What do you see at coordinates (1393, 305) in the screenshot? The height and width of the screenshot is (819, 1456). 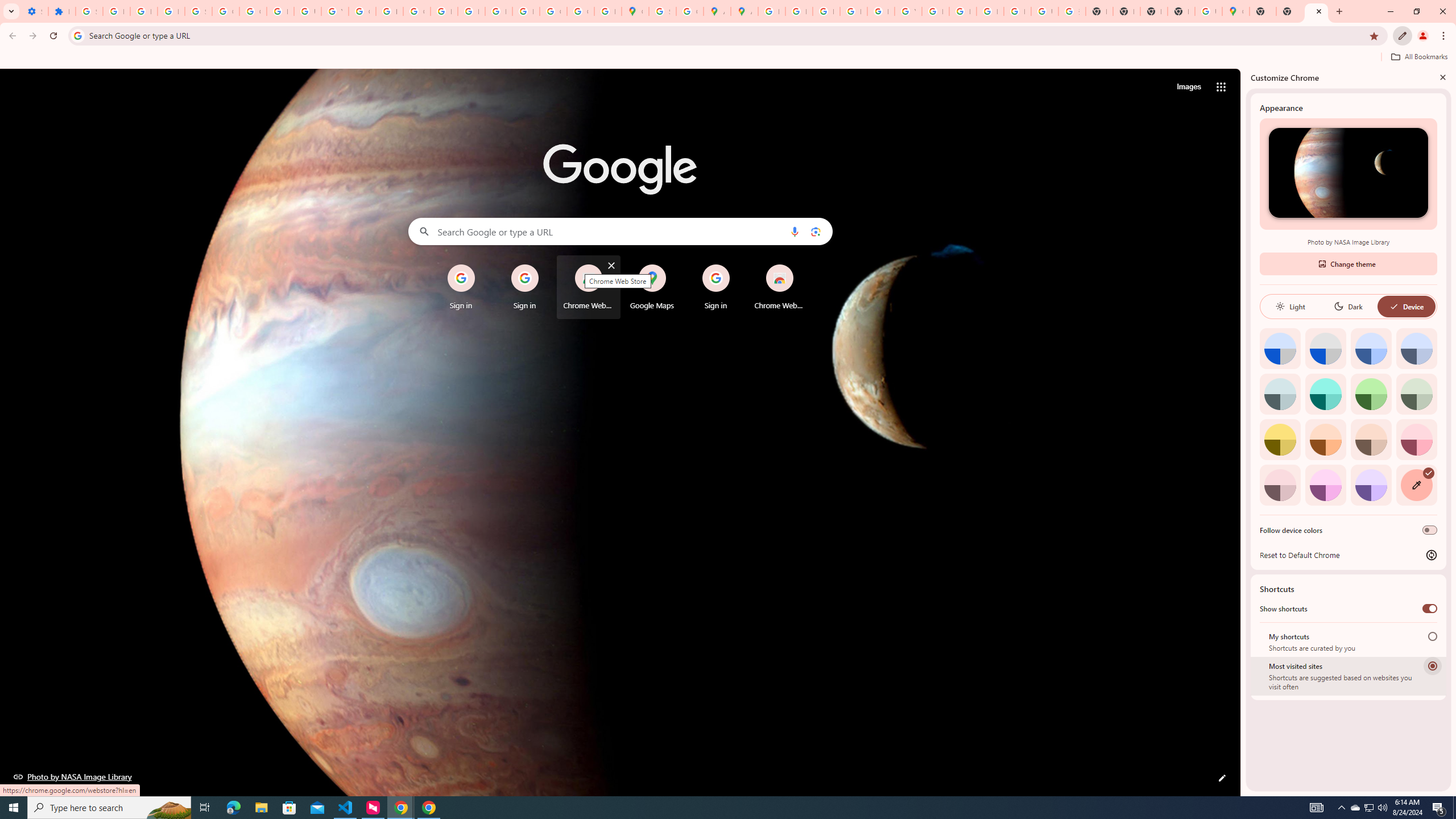 I see `'AutomationID: baseSvg'` at bounding box center [1393, 305].